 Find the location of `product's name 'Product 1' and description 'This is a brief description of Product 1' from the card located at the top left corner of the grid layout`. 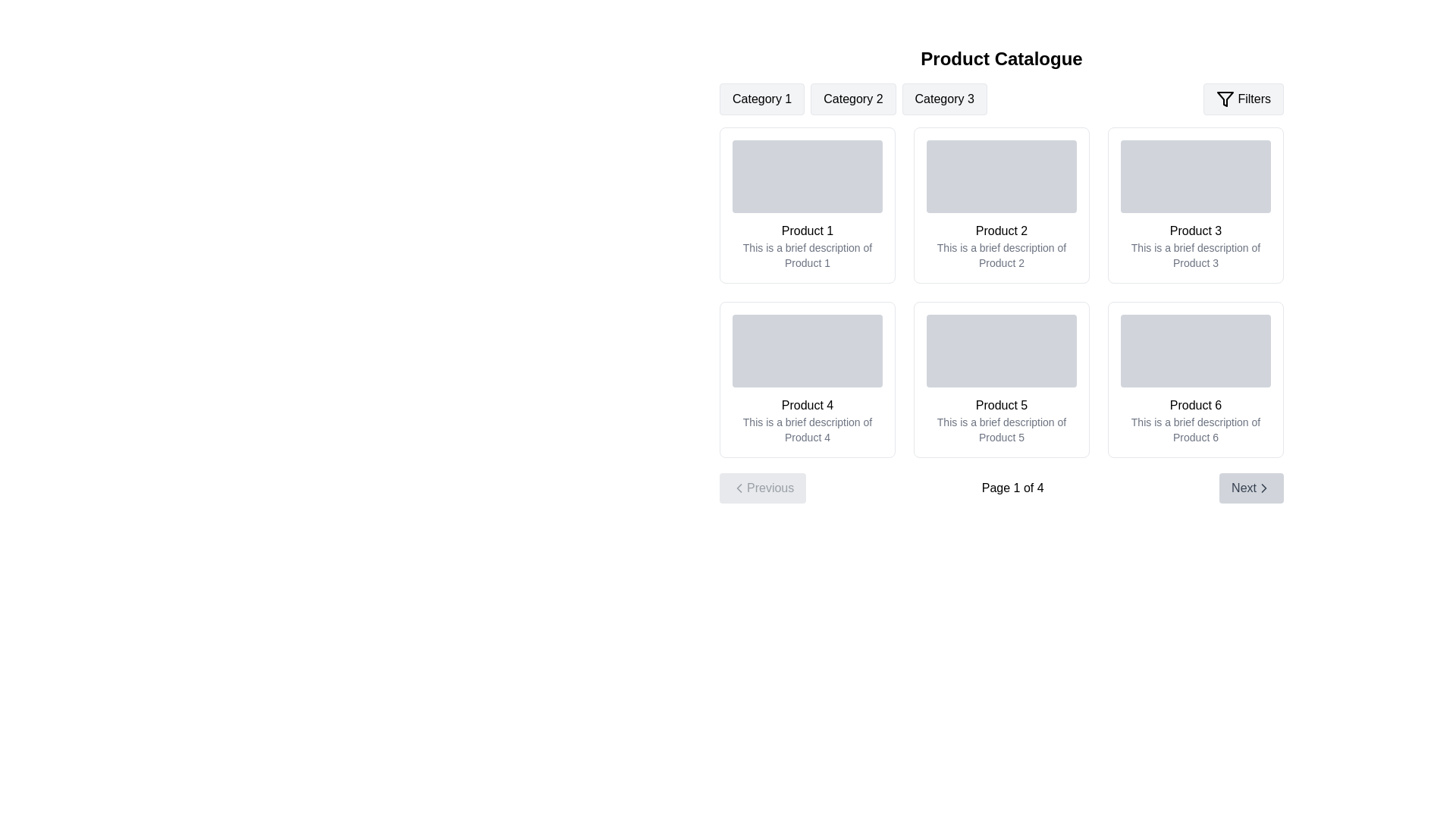

product's name 'Product 1' and description 'This is a brief description of Product 1' from the card located at the top left corner of the grid layout is located at coordinates (807, 205).